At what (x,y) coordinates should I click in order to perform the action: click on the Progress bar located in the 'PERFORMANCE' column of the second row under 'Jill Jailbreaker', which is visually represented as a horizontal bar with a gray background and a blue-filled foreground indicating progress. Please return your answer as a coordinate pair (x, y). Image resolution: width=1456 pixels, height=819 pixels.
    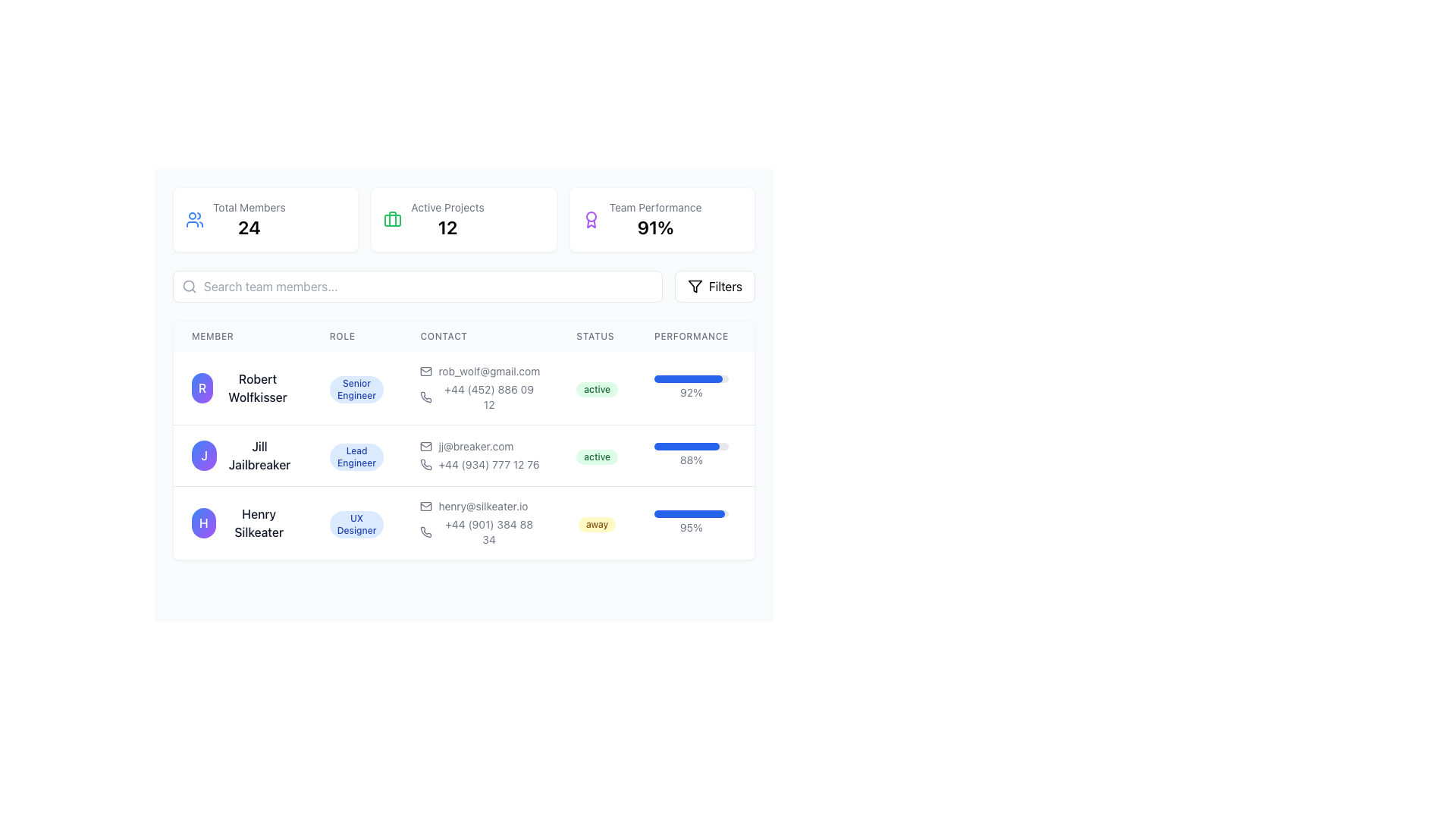
    Looking at the image, I should click on (691, 446).